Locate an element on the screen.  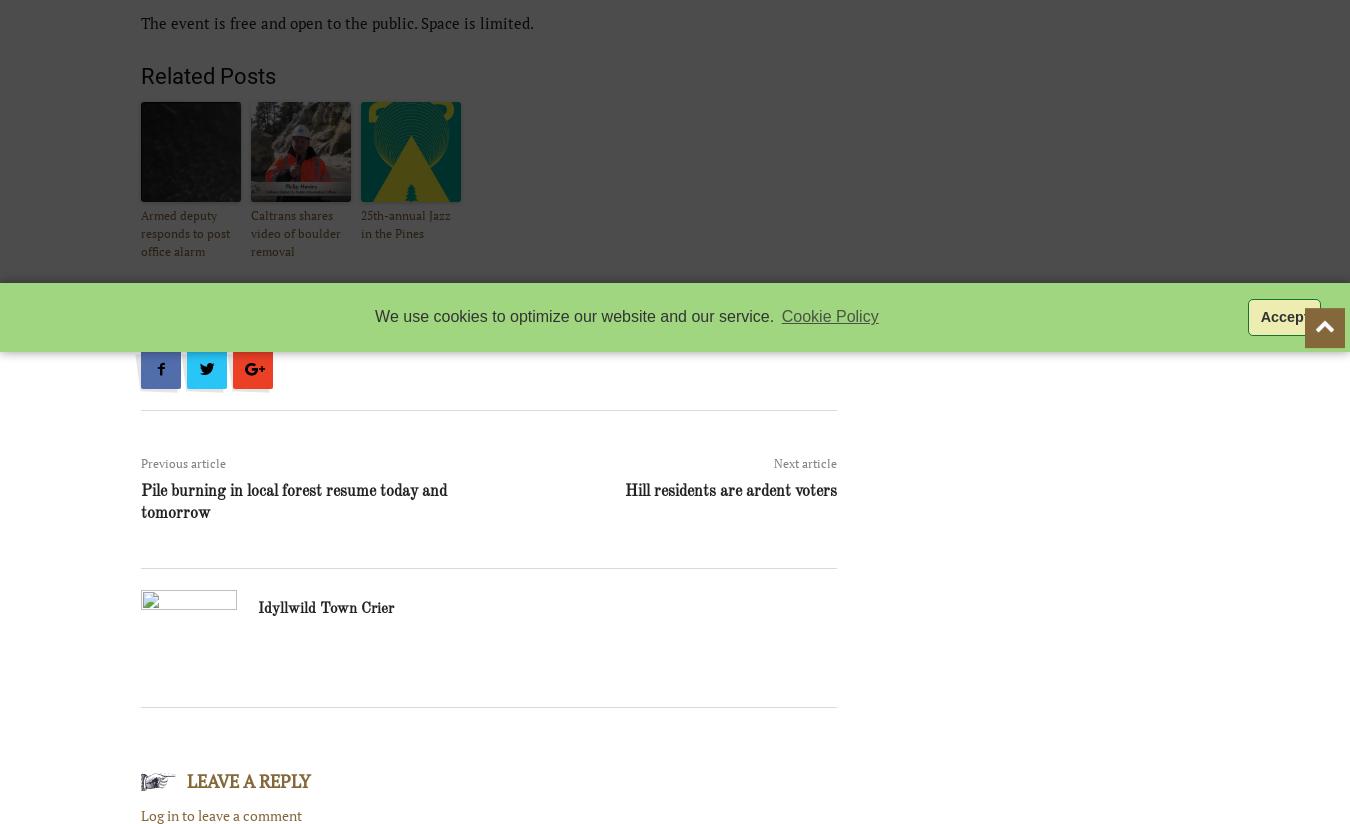
'Pile burning in local forest resume today and tomorrow' is located at coordinates (293, 501).